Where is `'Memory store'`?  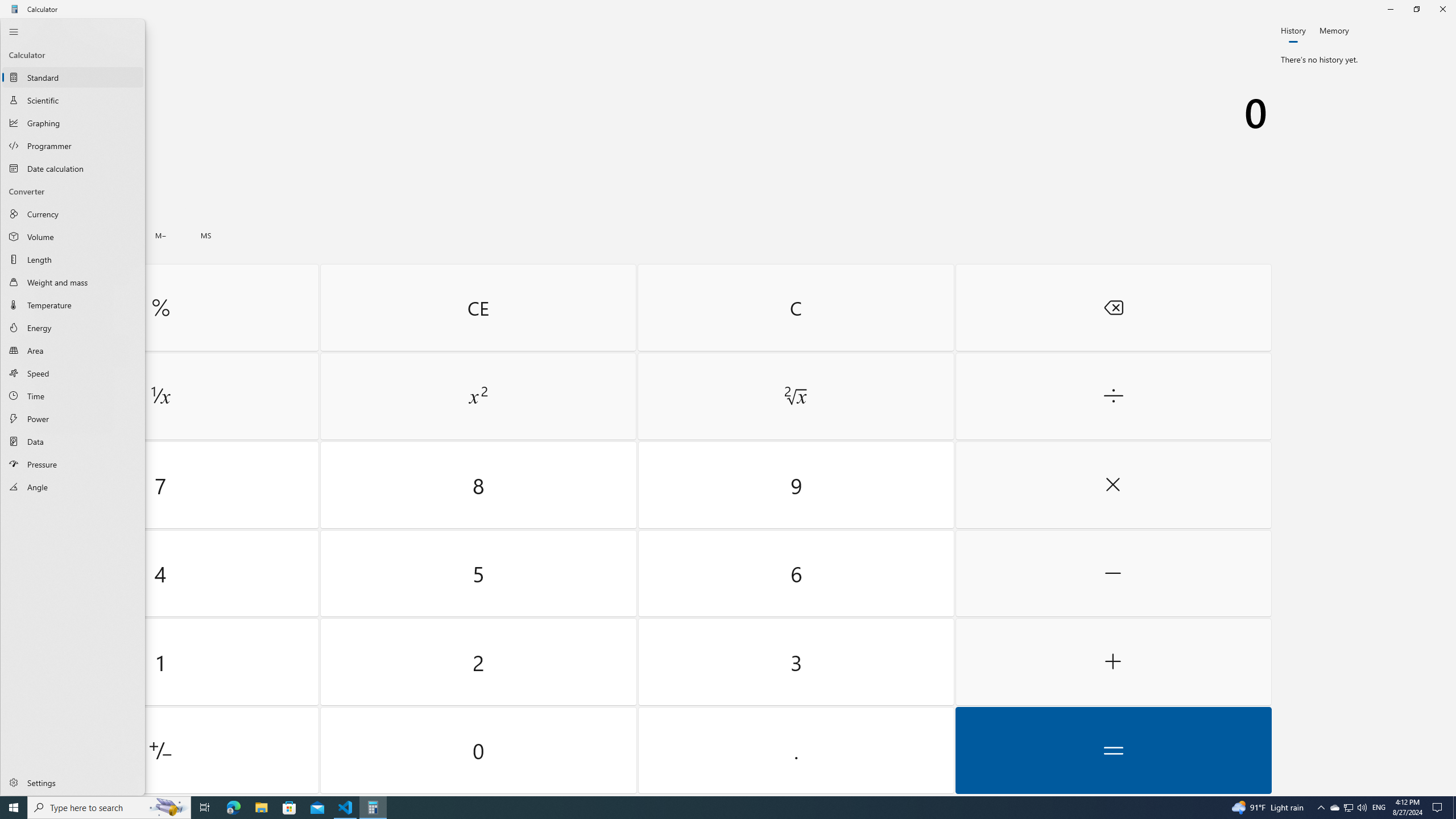
'Memory store' is located at coordinates (206, 235).